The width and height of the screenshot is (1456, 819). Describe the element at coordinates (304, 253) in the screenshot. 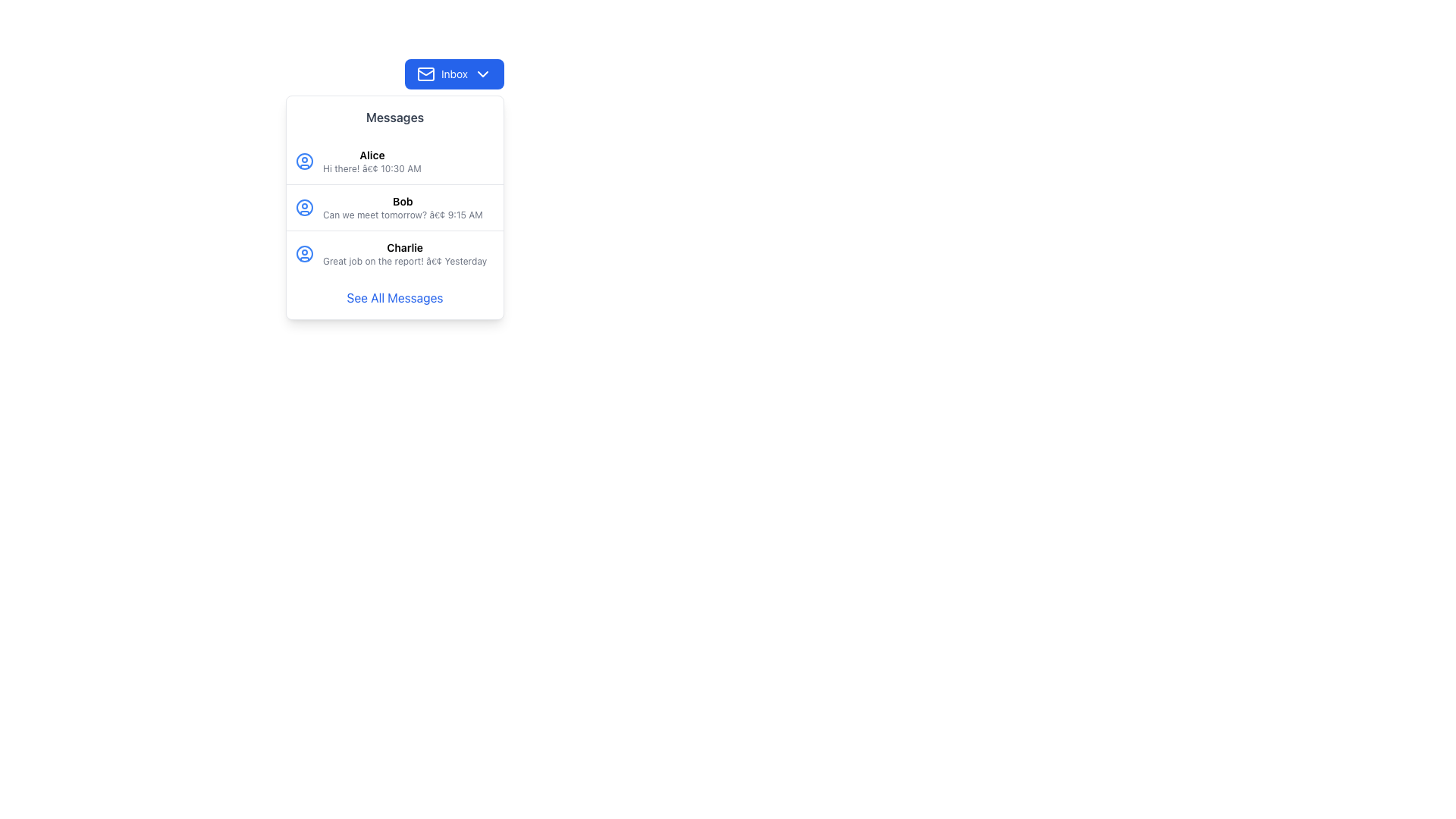

I see `the blue circular user profile icon located to the left of the message 'Charlie Great job on the report! • Yesterday' in the message list` at that location.